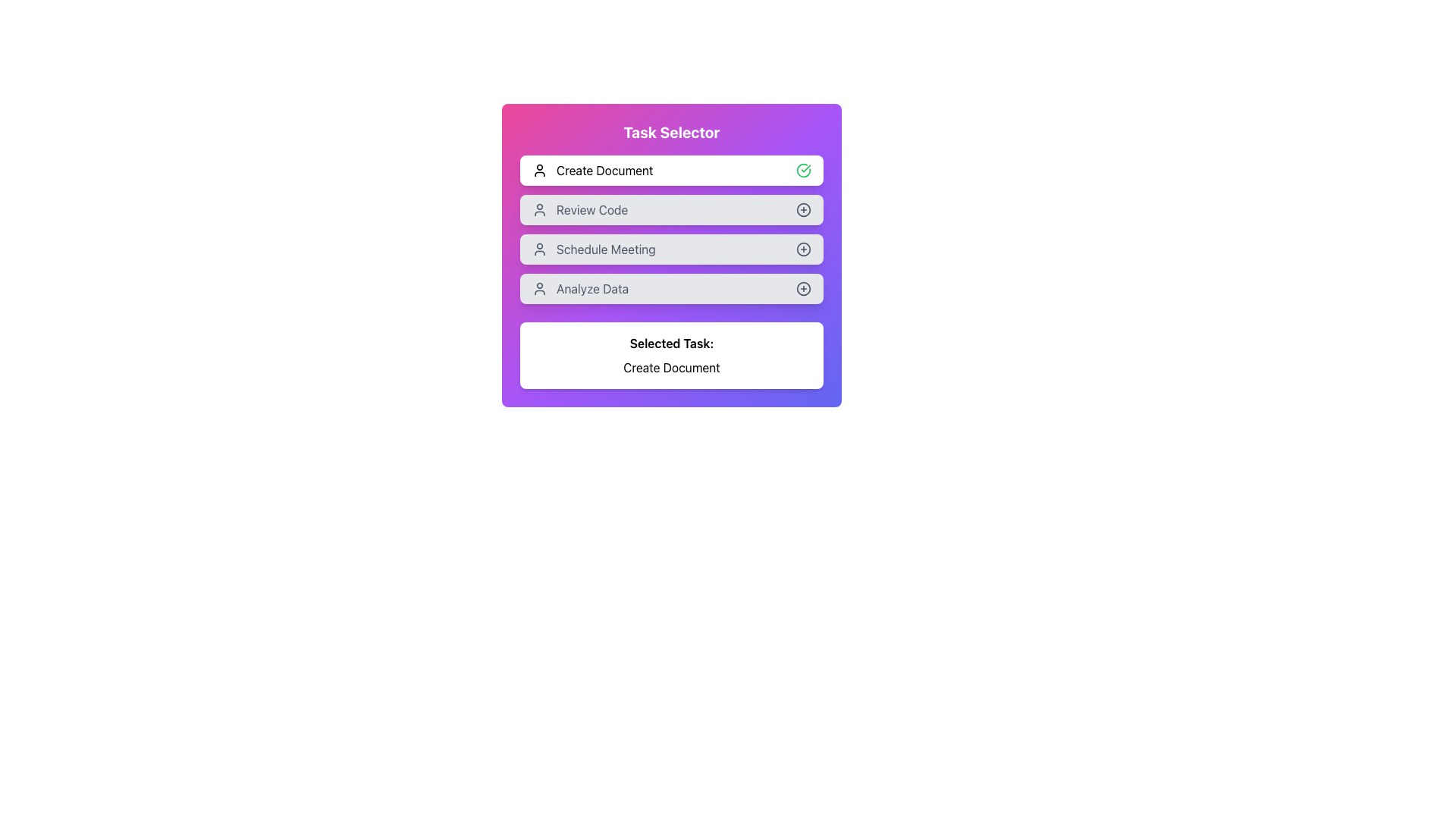 The height and width of the screenshot is (819, 1456). What do you see at coordinates (539, 289) in the screenshot?
I see `the user silhouette icon located to the left of the 'Analyze Data' text, which is the leftmost icon in the row for the fourth item in a vertical list` at bounding box center [539, 289].